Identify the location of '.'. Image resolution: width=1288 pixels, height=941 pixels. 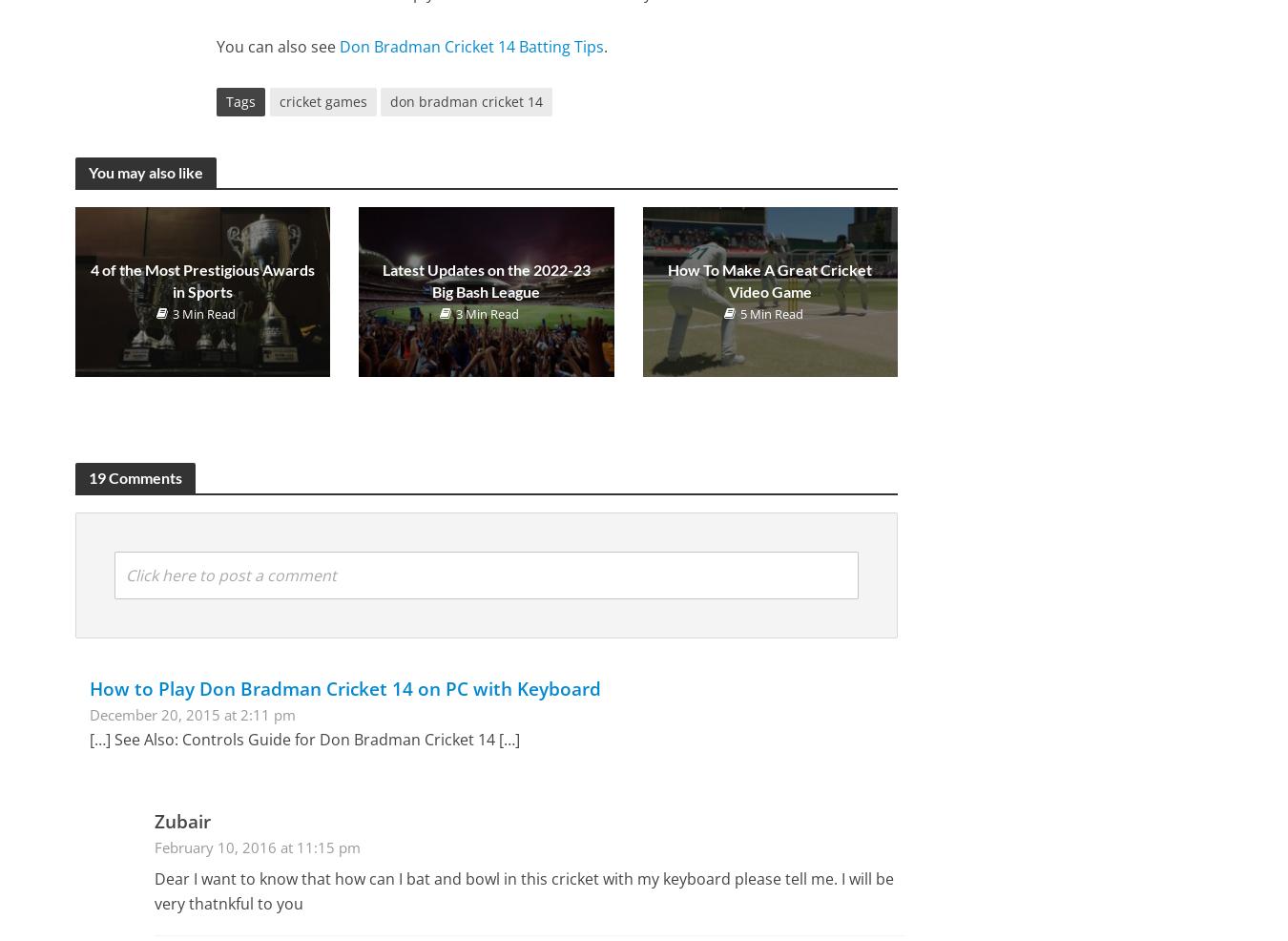
(606, 46).